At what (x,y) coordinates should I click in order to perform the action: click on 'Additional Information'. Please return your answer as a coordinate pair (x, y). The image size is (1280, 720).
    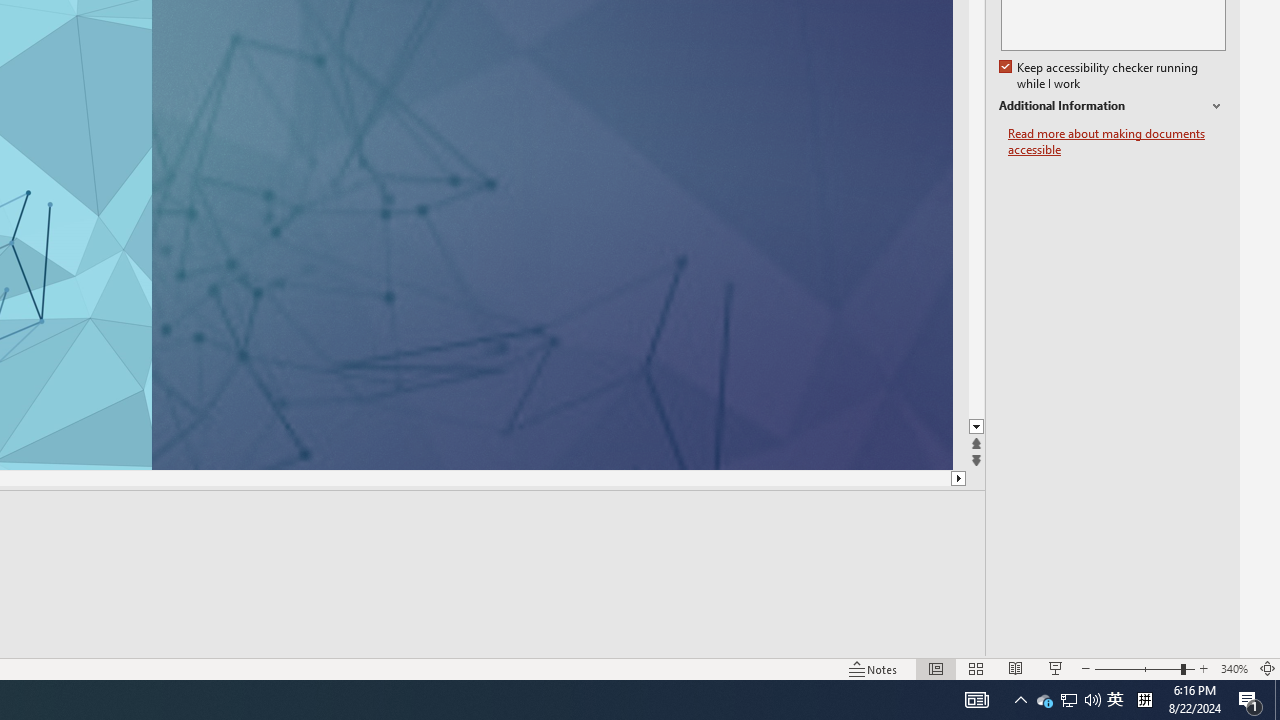
    Looking at the image, I should click on (1111, 106).